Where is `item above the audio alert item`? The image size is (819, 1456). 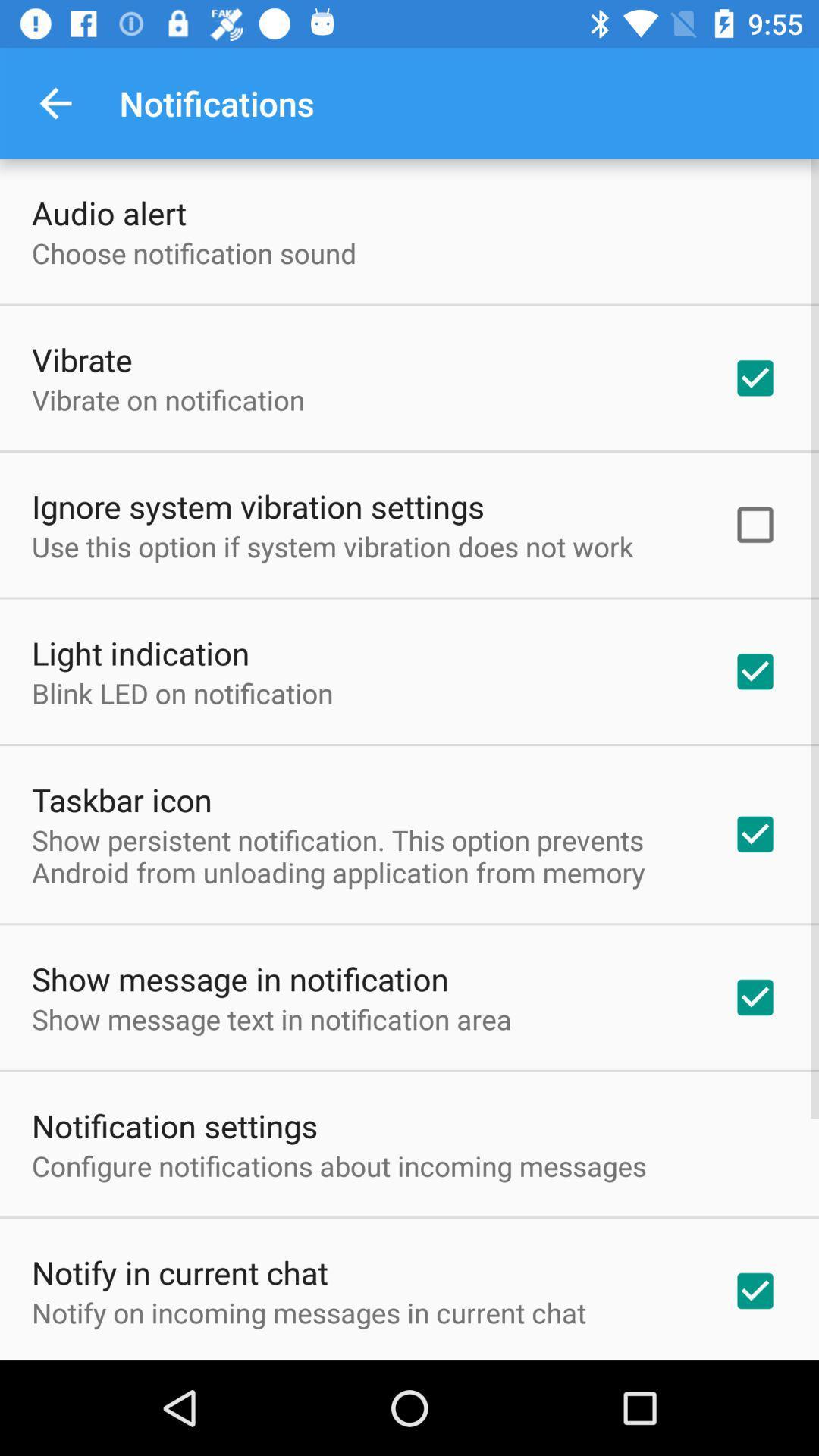 item above the audio alert item is located at coordinates (55, 102).